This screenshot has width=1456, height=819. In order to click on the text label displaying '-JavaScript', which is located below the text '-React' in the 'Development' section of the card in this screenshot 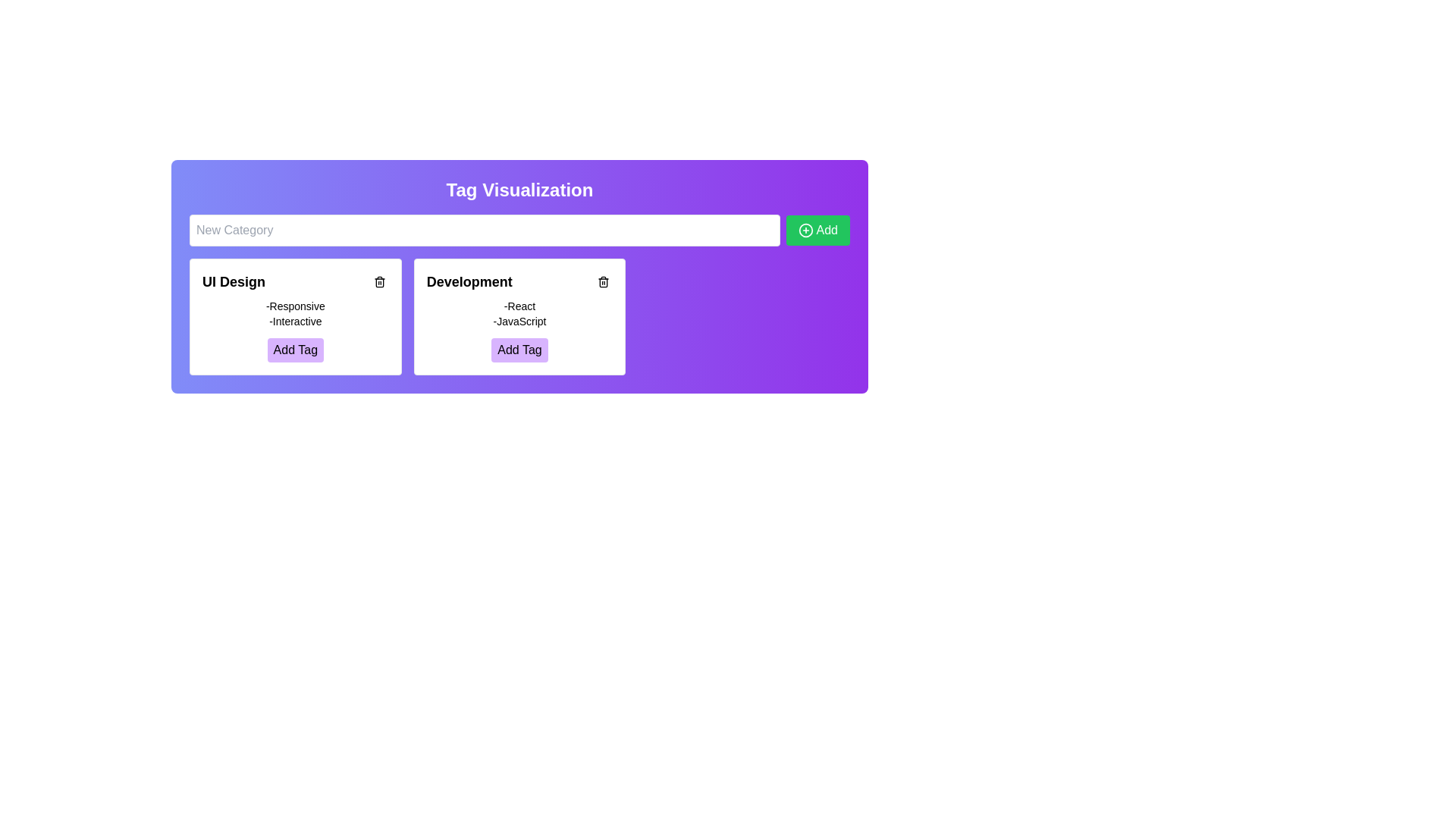, I will do `click(519, 321)`.